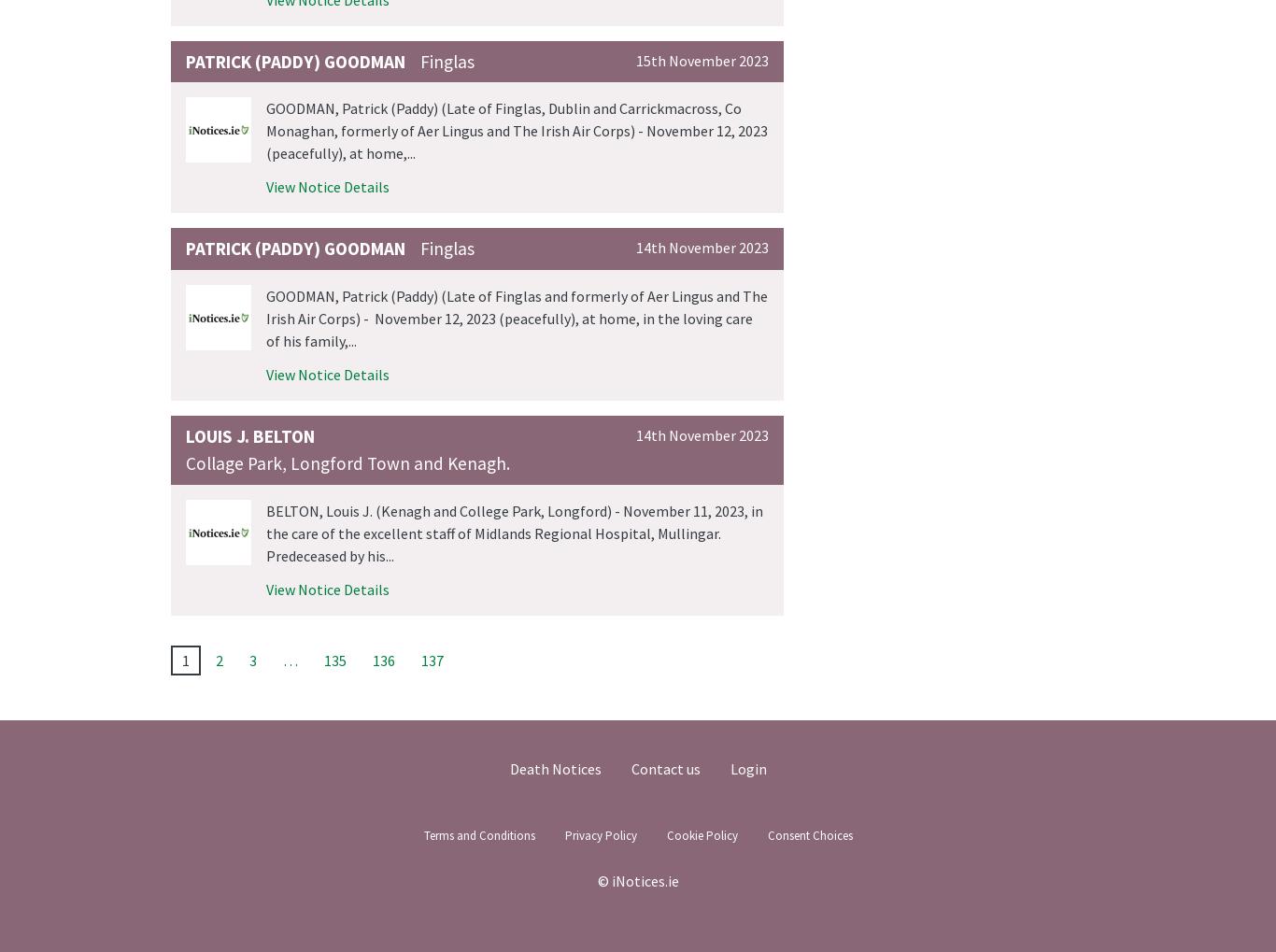 This screenshot has width=1276, height=952. I want to click on '© iNotices.ie', so click(636, 878).